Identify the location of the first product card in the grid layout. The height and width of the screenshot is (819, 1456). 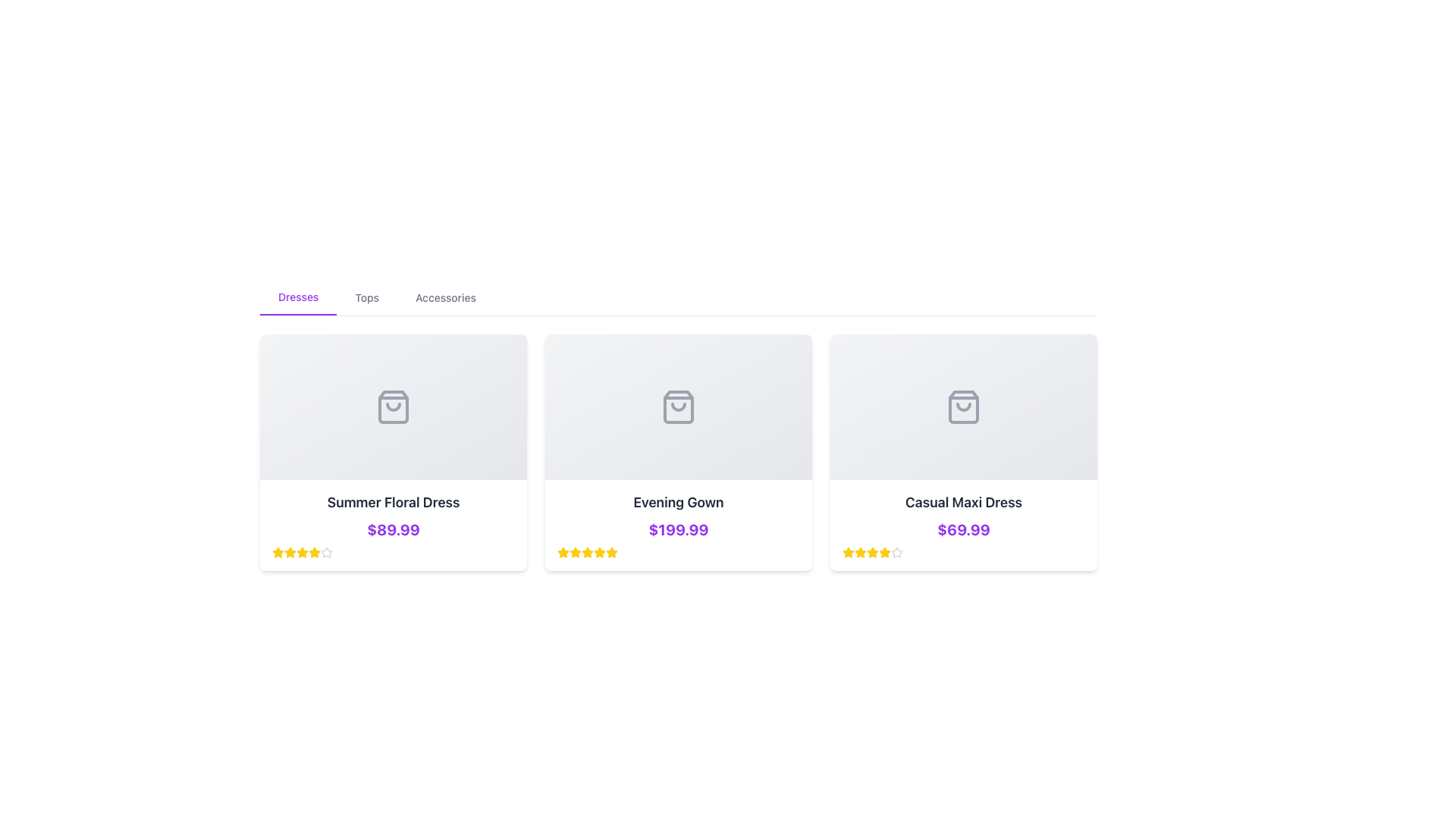
(393, 452).